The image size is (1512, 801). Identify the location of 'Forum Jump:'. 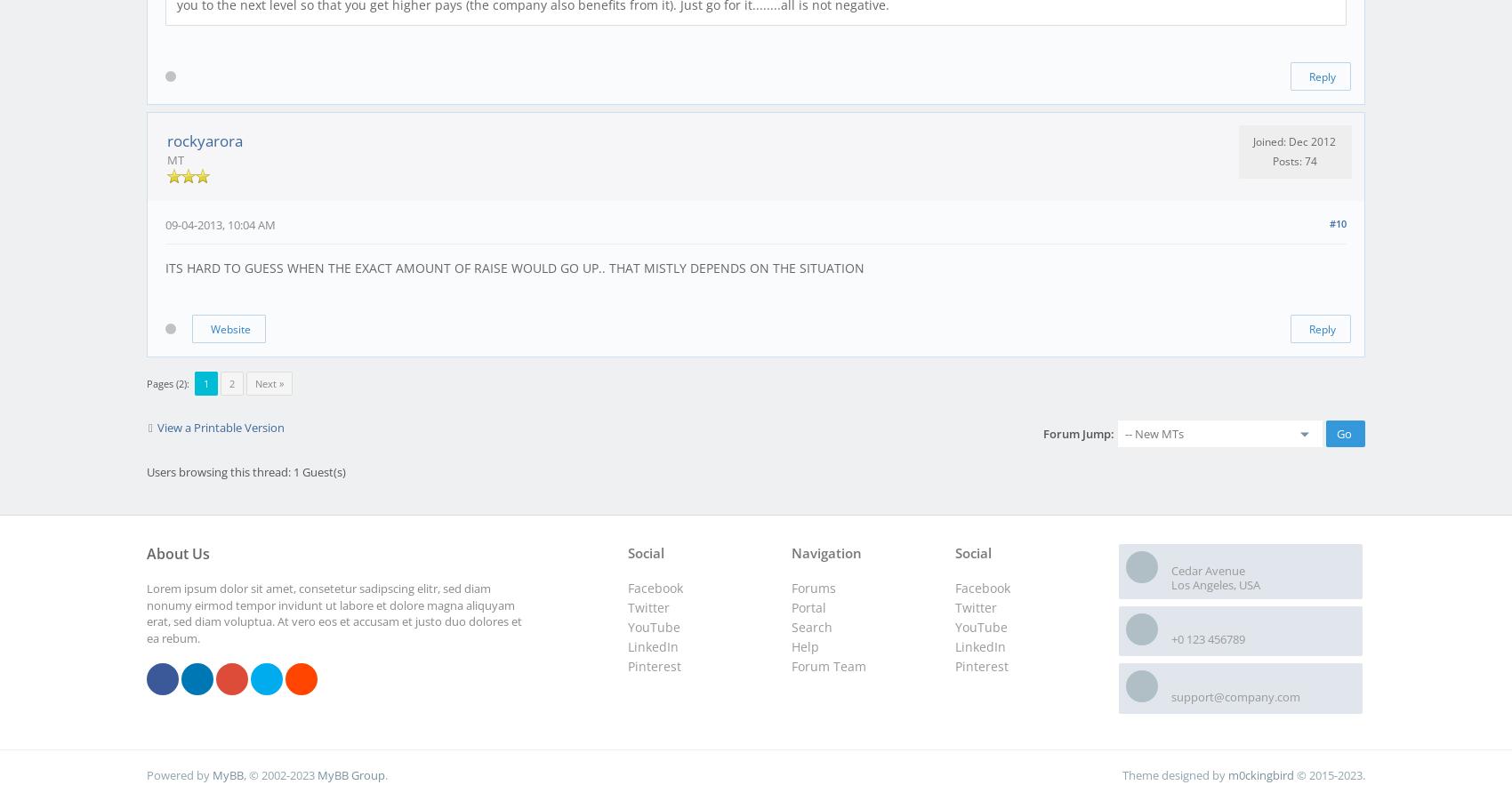
(1077, 432).